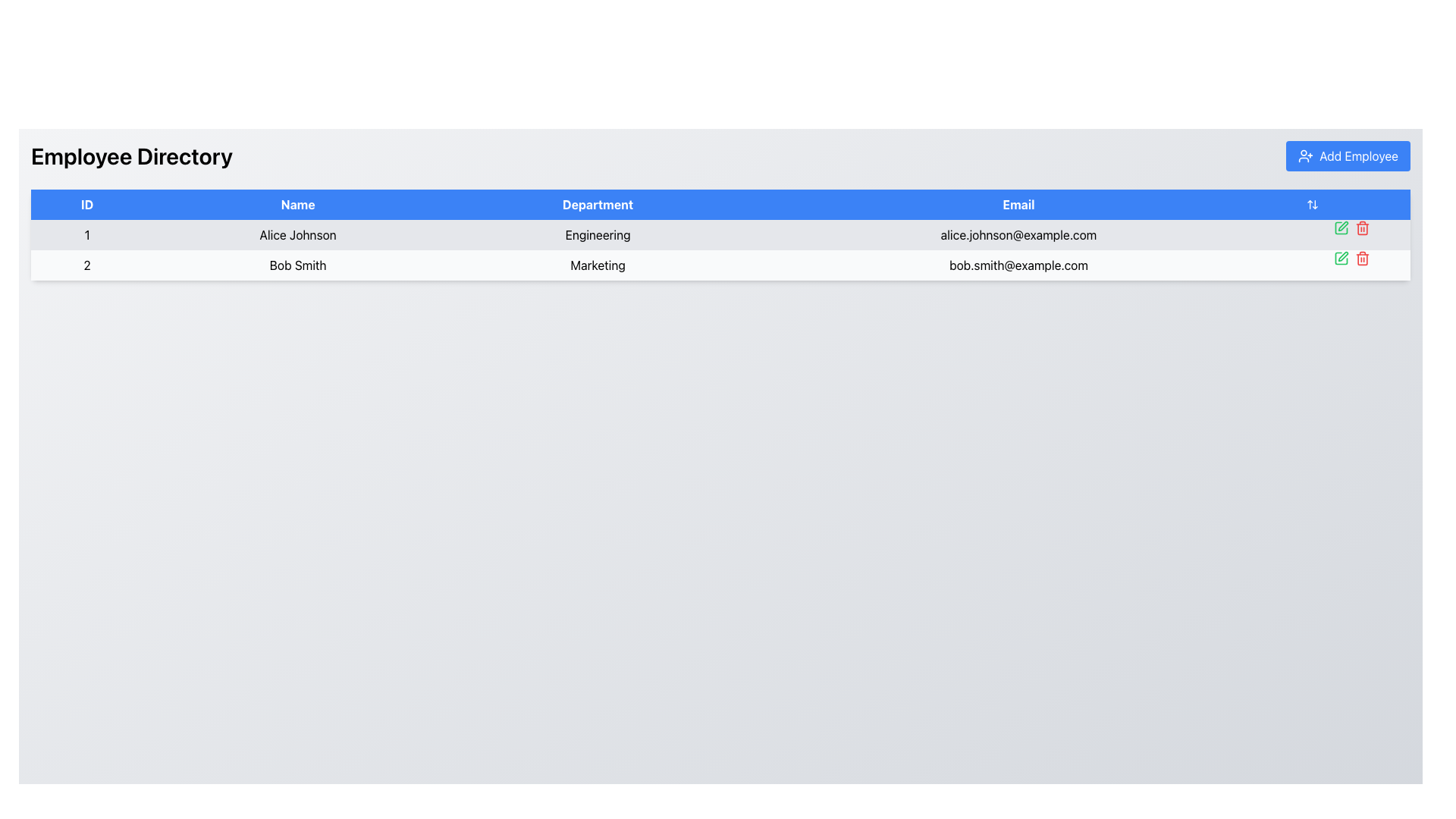 The height and width of the screenshot is (819, 1456). What do you see at coordinates (1311, 205) in the screenshot?
I see `the Sort Indicator Icon located in the second column of the table header, which is positioned within a blue-colored row and adjacent to the edit and delete icons` at bounding box center [1311, 205].